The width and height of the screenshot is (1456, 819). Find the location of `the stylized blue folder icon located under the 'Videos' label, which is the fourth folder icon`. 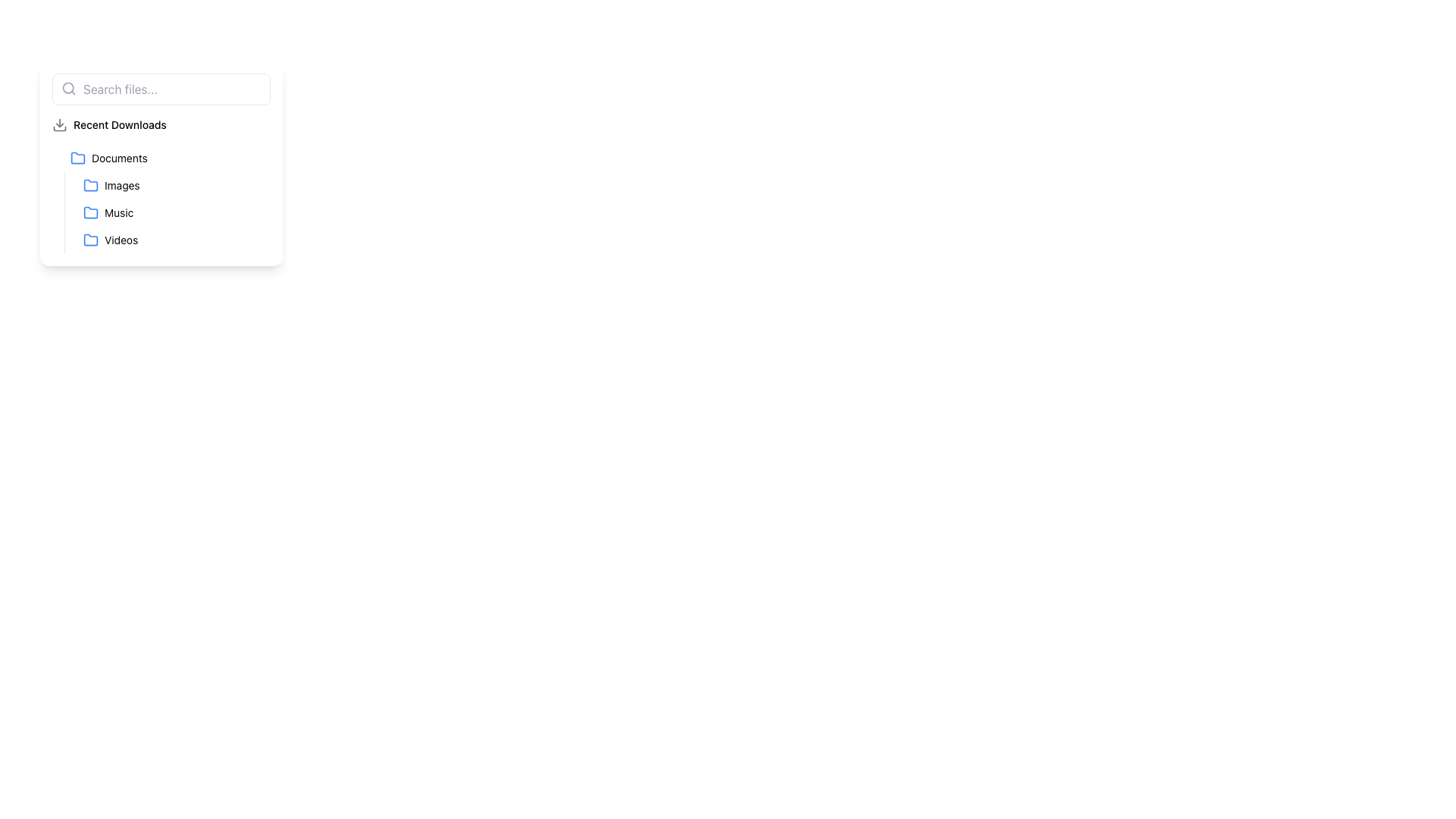

the stylized blue folder icon located under the 'Videos' label, which is the fourth folder icon is located at coordinates (90, 239).